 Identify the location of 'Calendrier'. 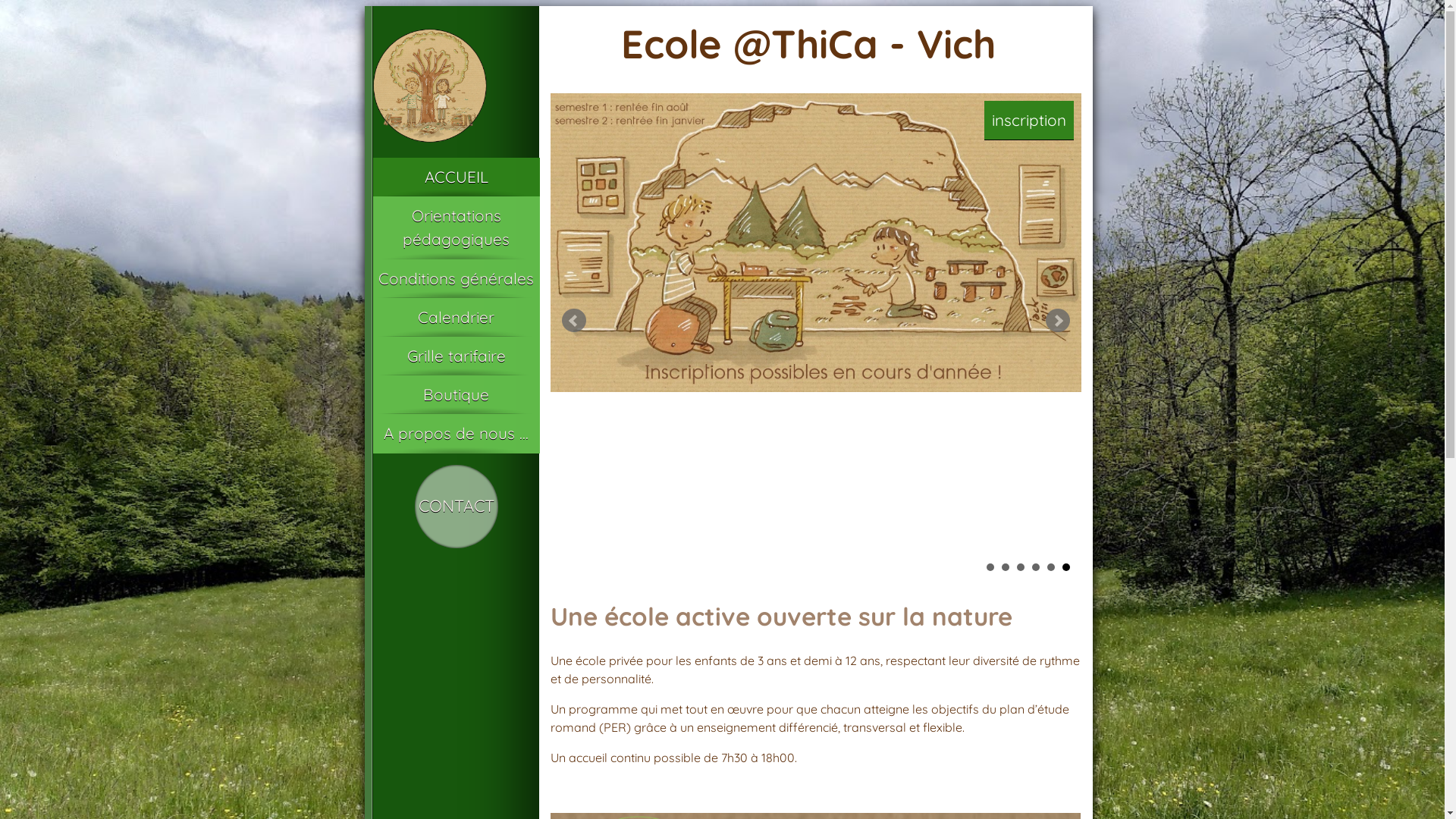
(372, 316).